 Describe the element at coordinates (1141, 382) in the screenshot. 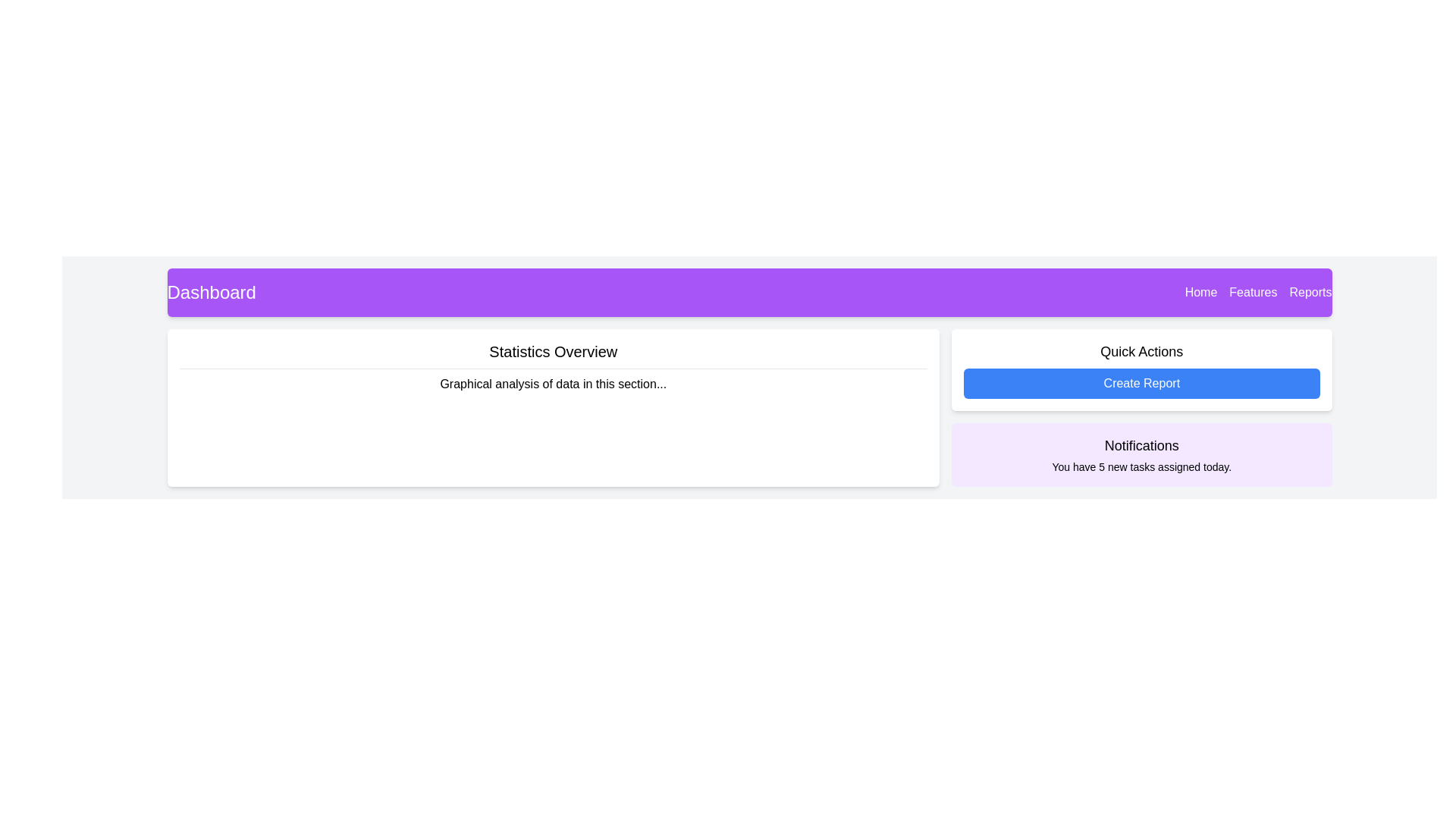

I see `the 'Create Report' button with a blue background and white text located in the 'Quick Actions' section` at that location.